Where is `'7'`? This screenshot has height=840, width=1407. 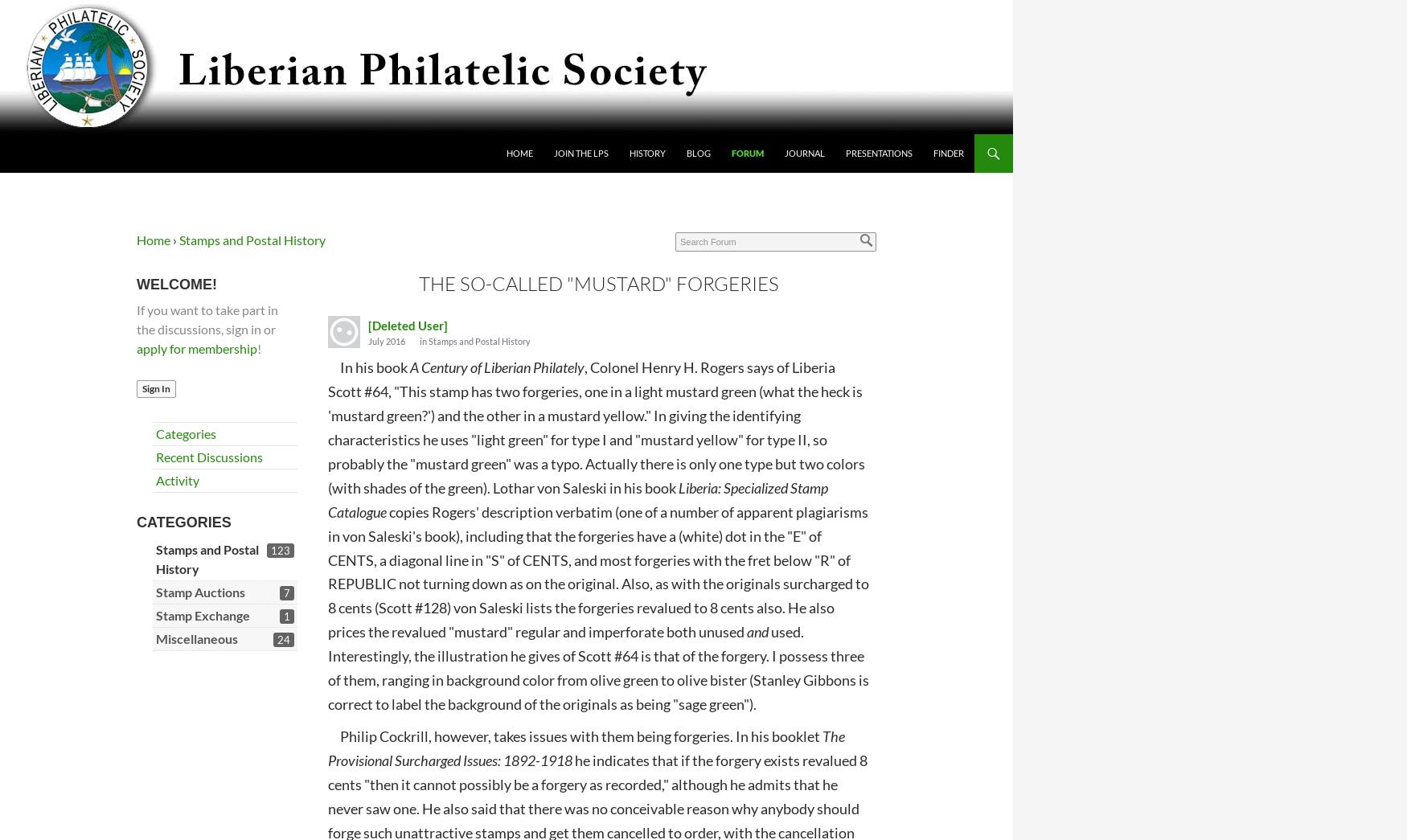 '7' is located at coordinates (285, 592).